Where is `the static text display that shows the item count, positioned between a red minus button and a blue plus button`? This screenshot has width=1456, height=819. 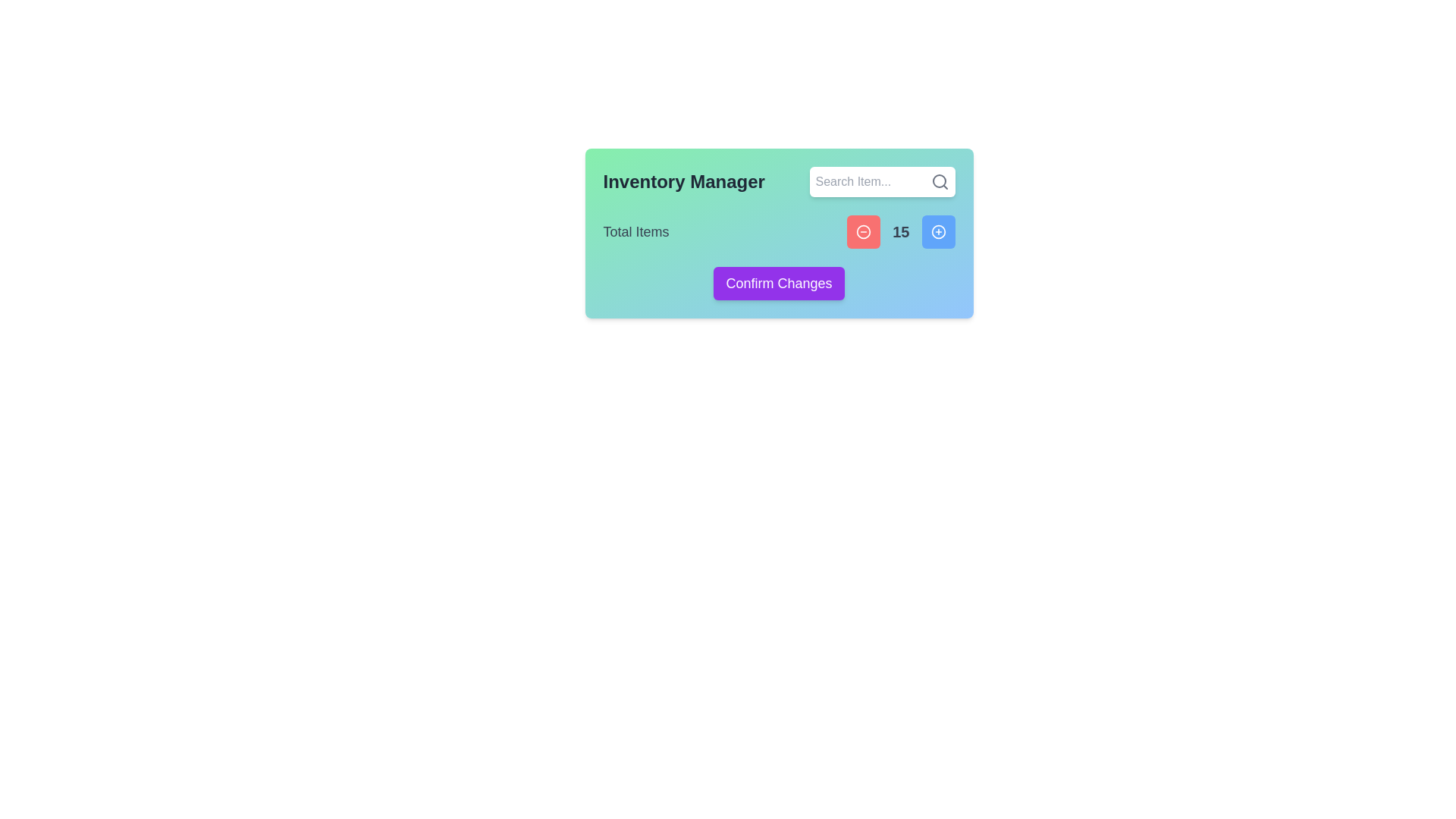 the static text display that shows the item count, positioned between a red minus button and a blue plus button is located at coordinates (901, 231).